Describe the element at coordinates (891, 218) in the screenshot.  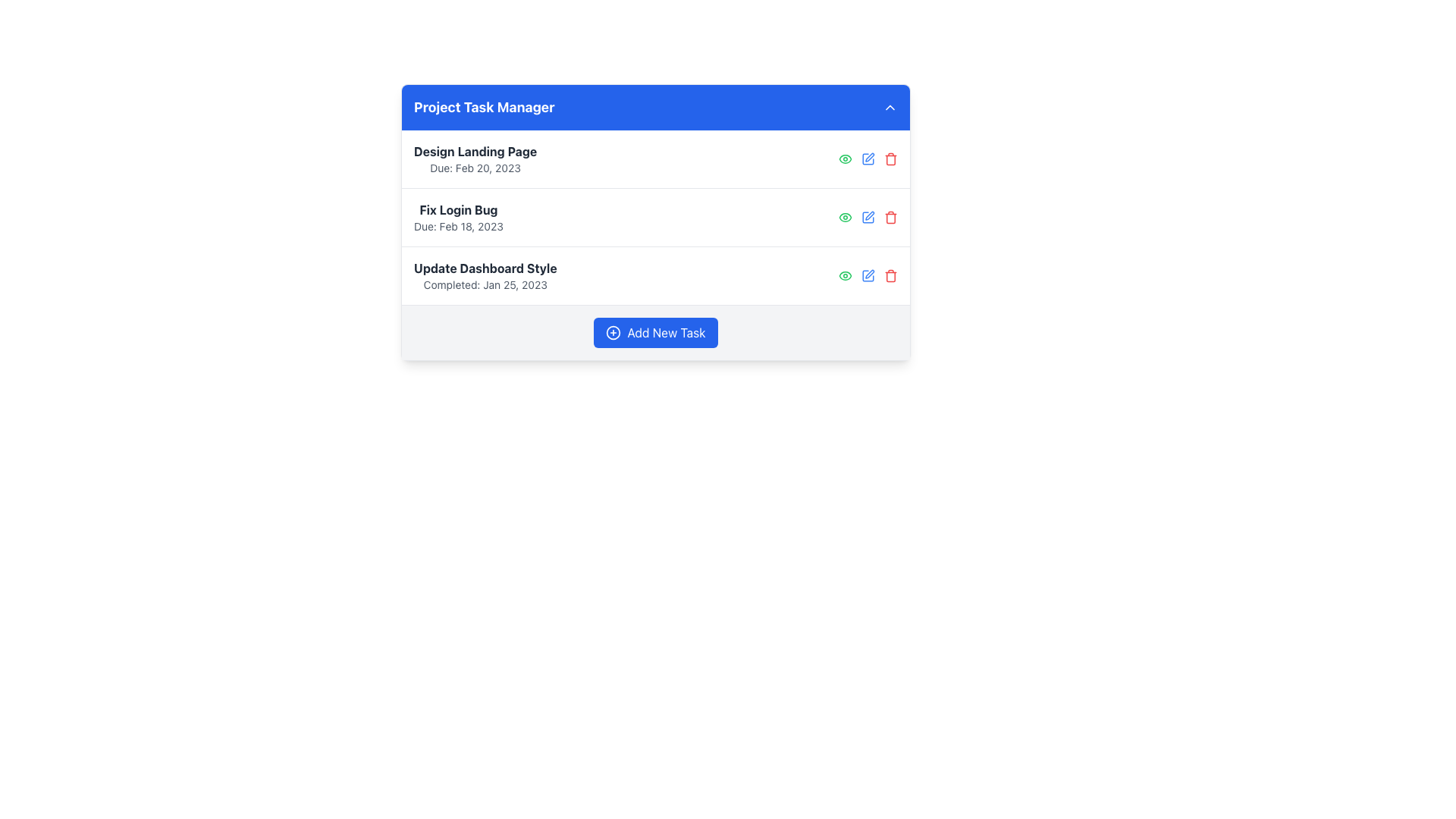
I see `the 'Delete' icon located to the right of the green eye icon and blue pencil icon` at that location.